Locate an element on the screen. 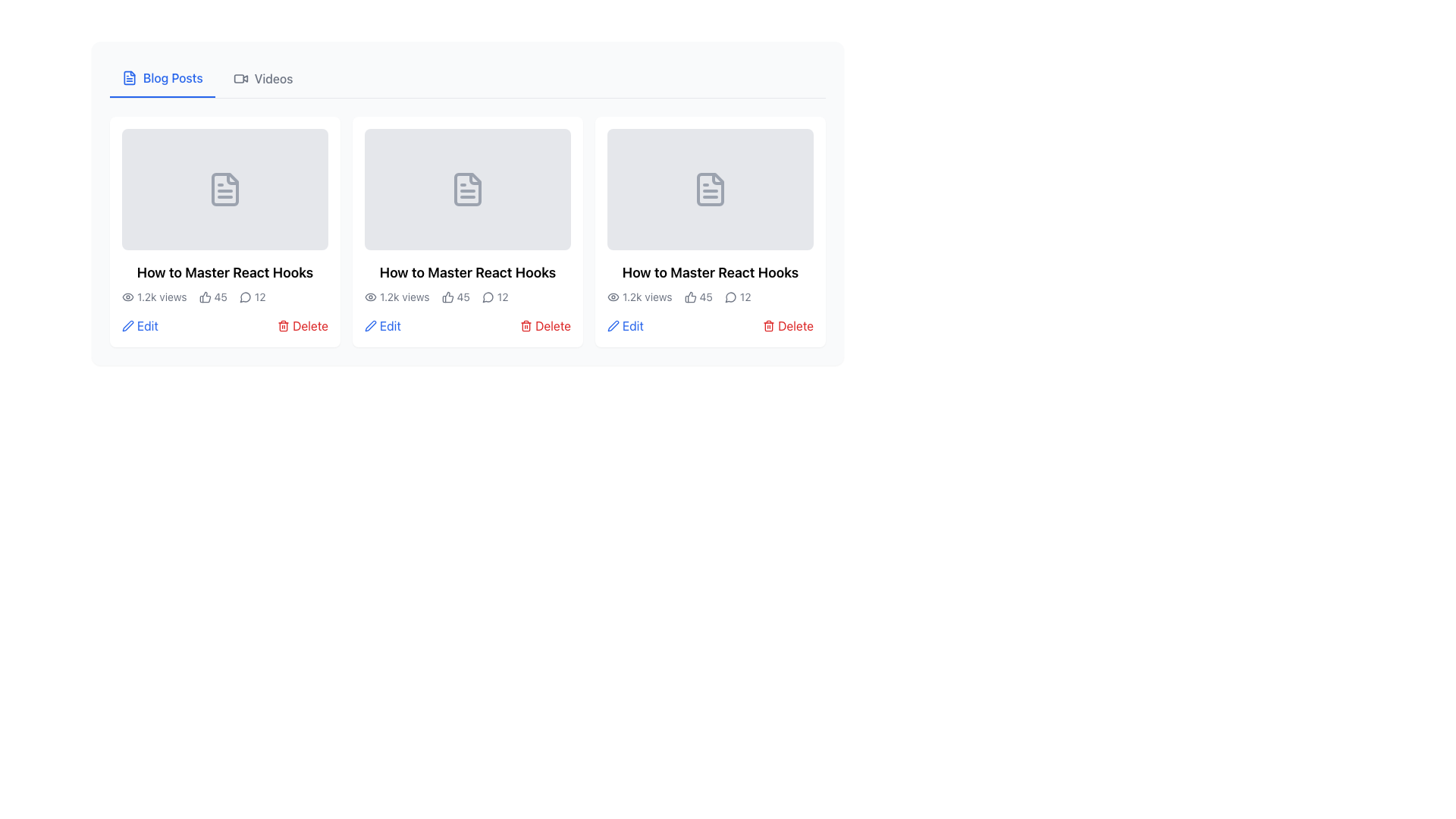 This screenshot has height=819, width=1456. the styled file icon resembling a sheet of paper, located in the first card under the 'Blog Posts' section, positioned above the 'How to Master React Hooks' heading is located at coordinates (224, 189).